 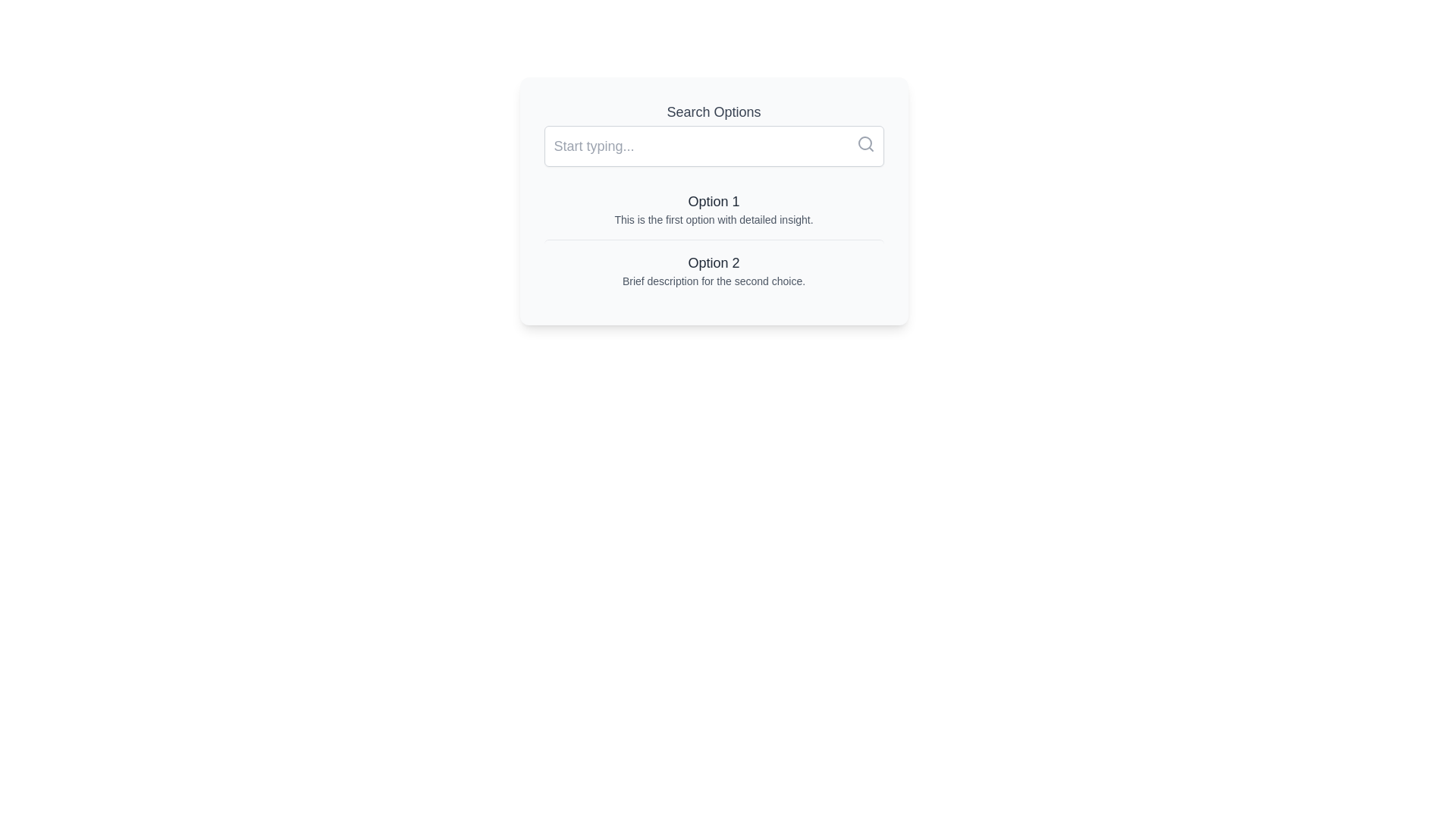 I want to click on the text element displaying 'Option 2', which is a primary title in the second card of a vertical list of options, so click(x=713, y=262).